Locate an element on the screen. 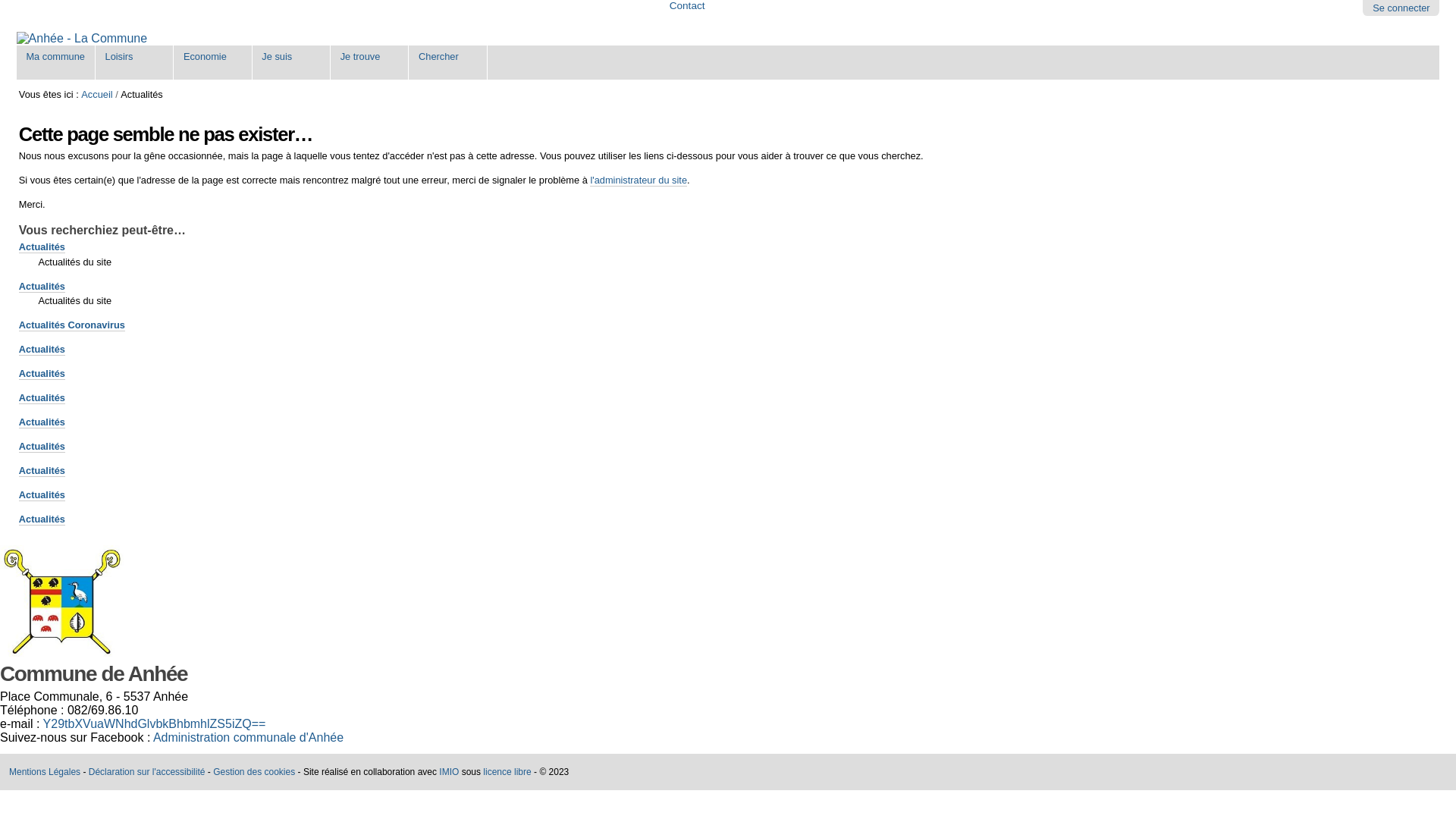 Image resolution: width=1456 pixels, height=819 pixels. 'Economie' is located at coordinates (212, 61).